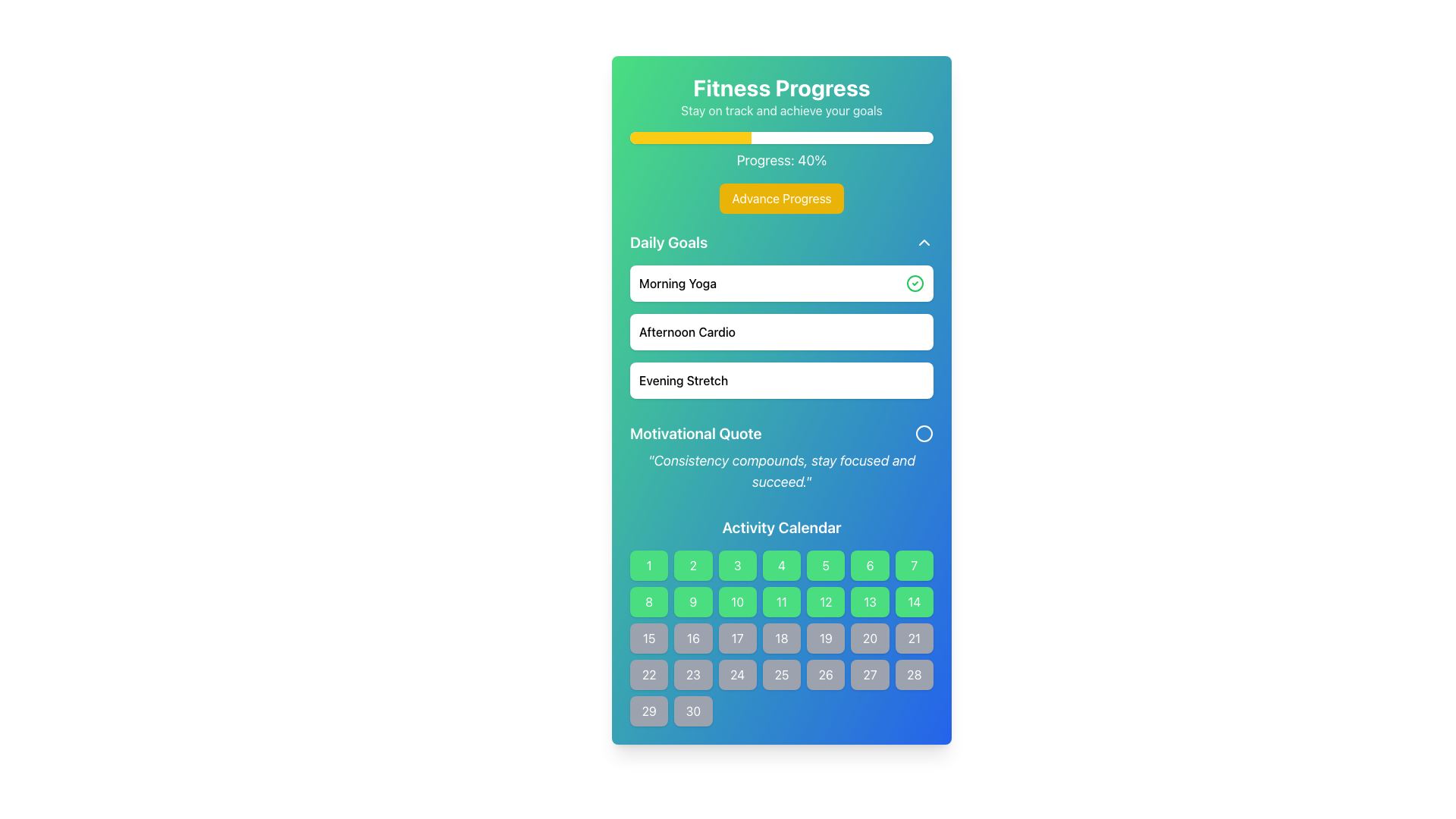  I want to click on the Day cell in the fourth row and fourth column of the calendar grid in the 'Activity Calendar', which is inactive or unavailable indicated by its gray color, so click(782, 638).